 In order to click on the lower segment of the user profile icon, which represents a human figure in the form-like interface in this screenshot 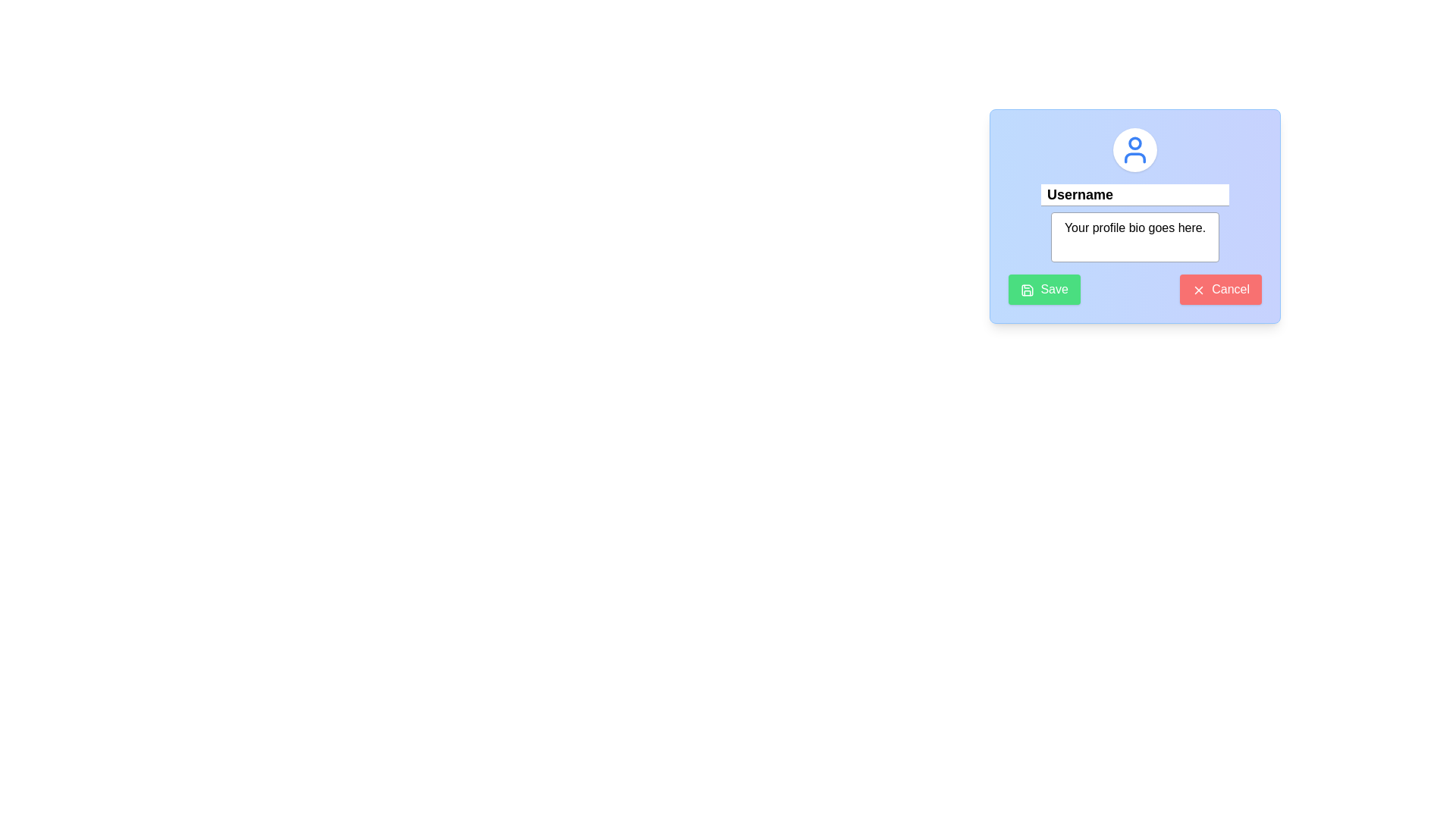, I will do `click(1135, 158)`.